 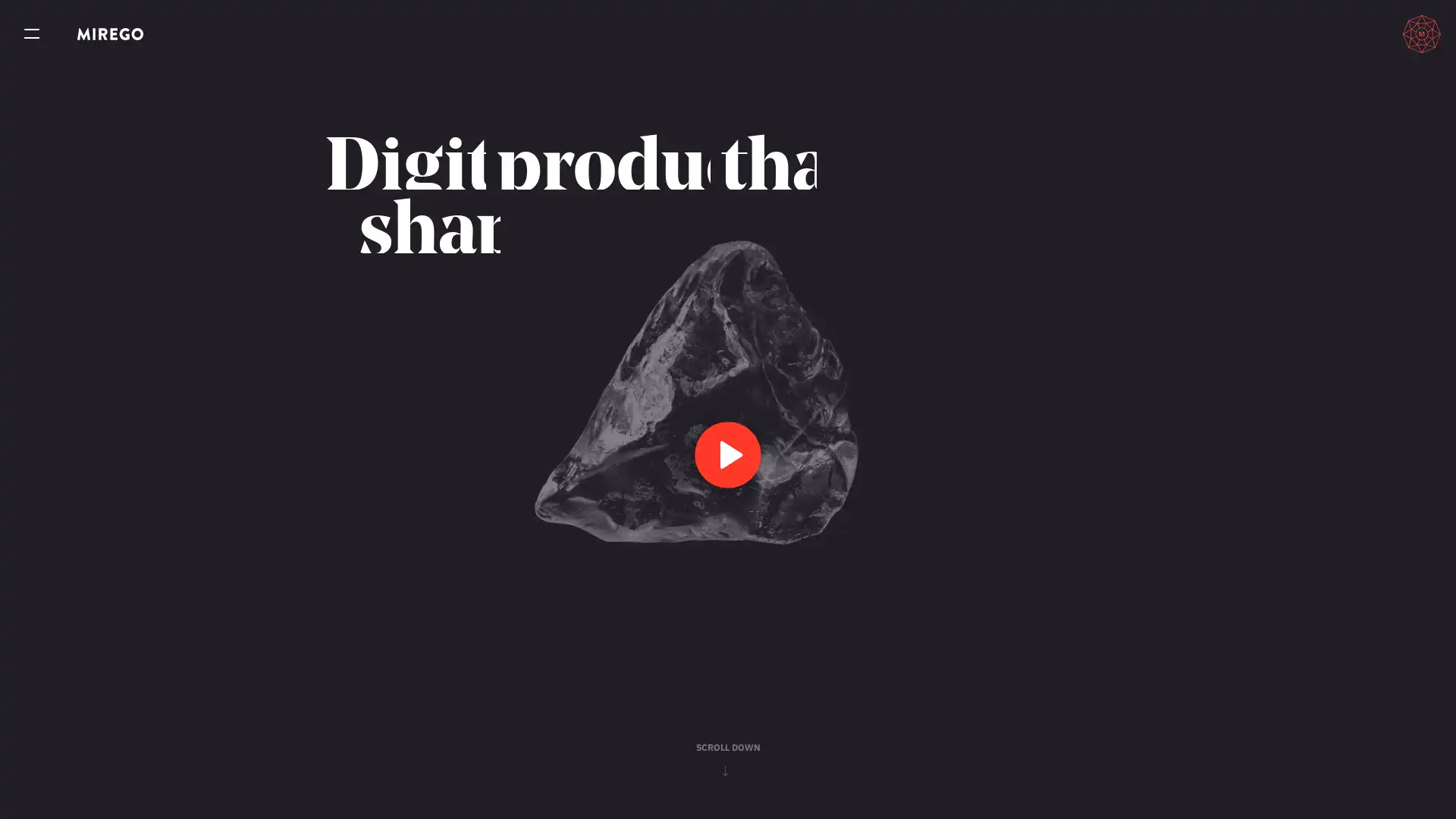 I want to click on Passer a la version francaise, so click(x=1351, y=33).